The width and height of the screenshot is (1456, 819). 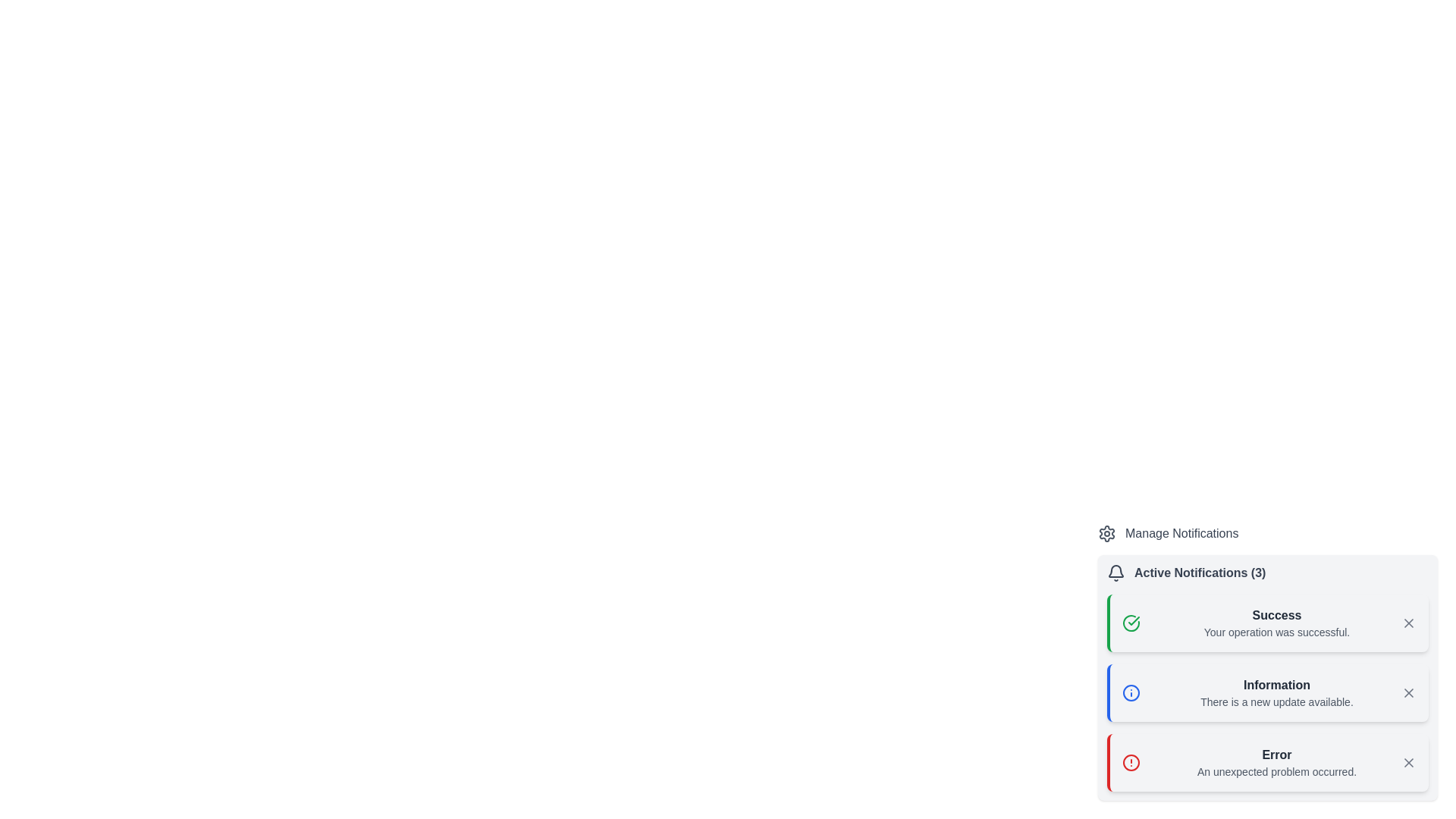 What do you see at coordinates (1131, 693) in the screenshot?
I see `the circular icon with a blue border and white background featuring a blue outline of the letter 'i', located within the notification card labeled 'Information'` at bounding box center [1131, 693].